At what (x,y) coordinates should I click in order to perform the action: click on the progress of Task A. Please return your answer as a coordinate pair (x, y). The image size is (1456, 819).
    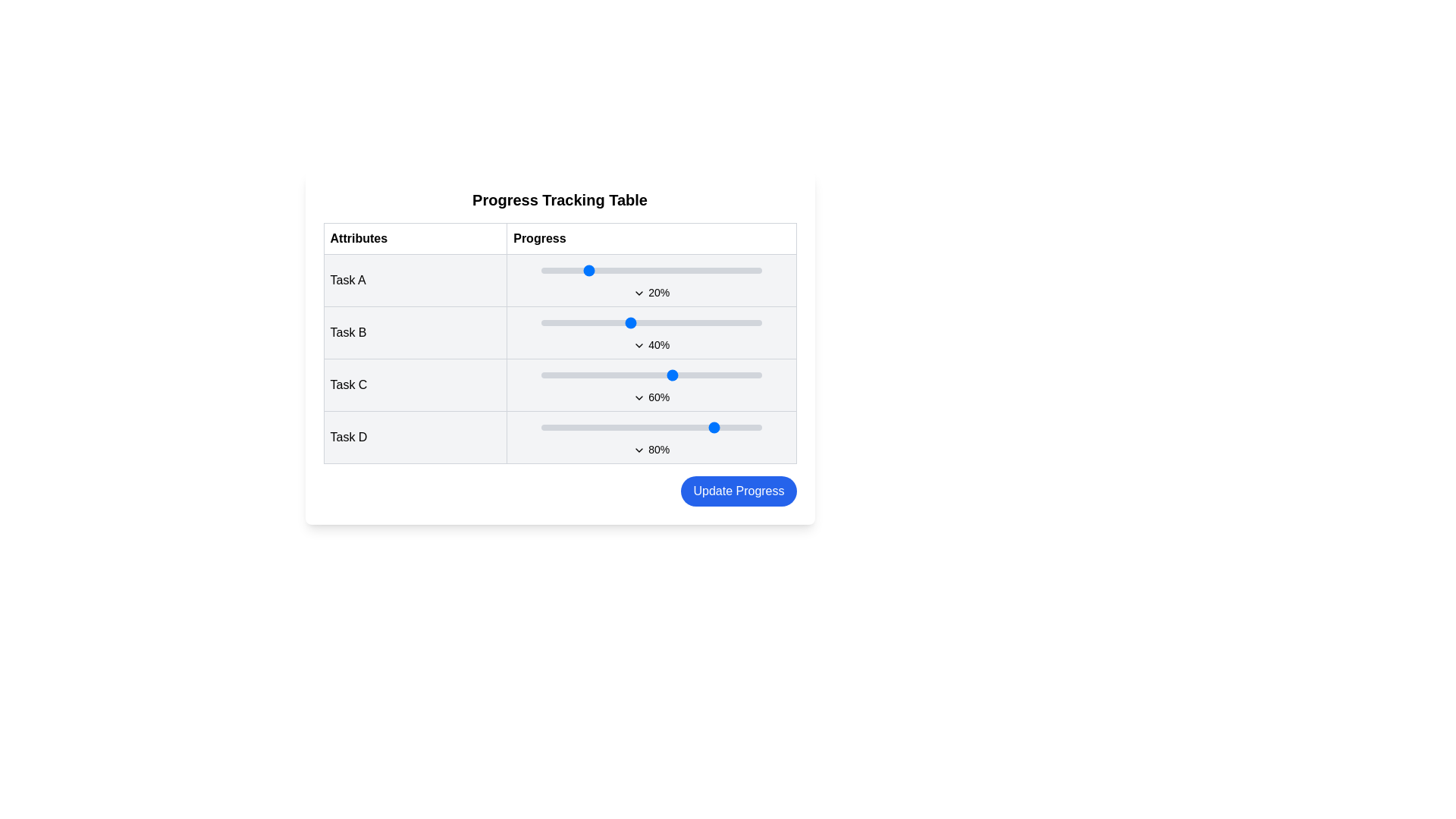
    Looking at the image, I should click on (624, 270).